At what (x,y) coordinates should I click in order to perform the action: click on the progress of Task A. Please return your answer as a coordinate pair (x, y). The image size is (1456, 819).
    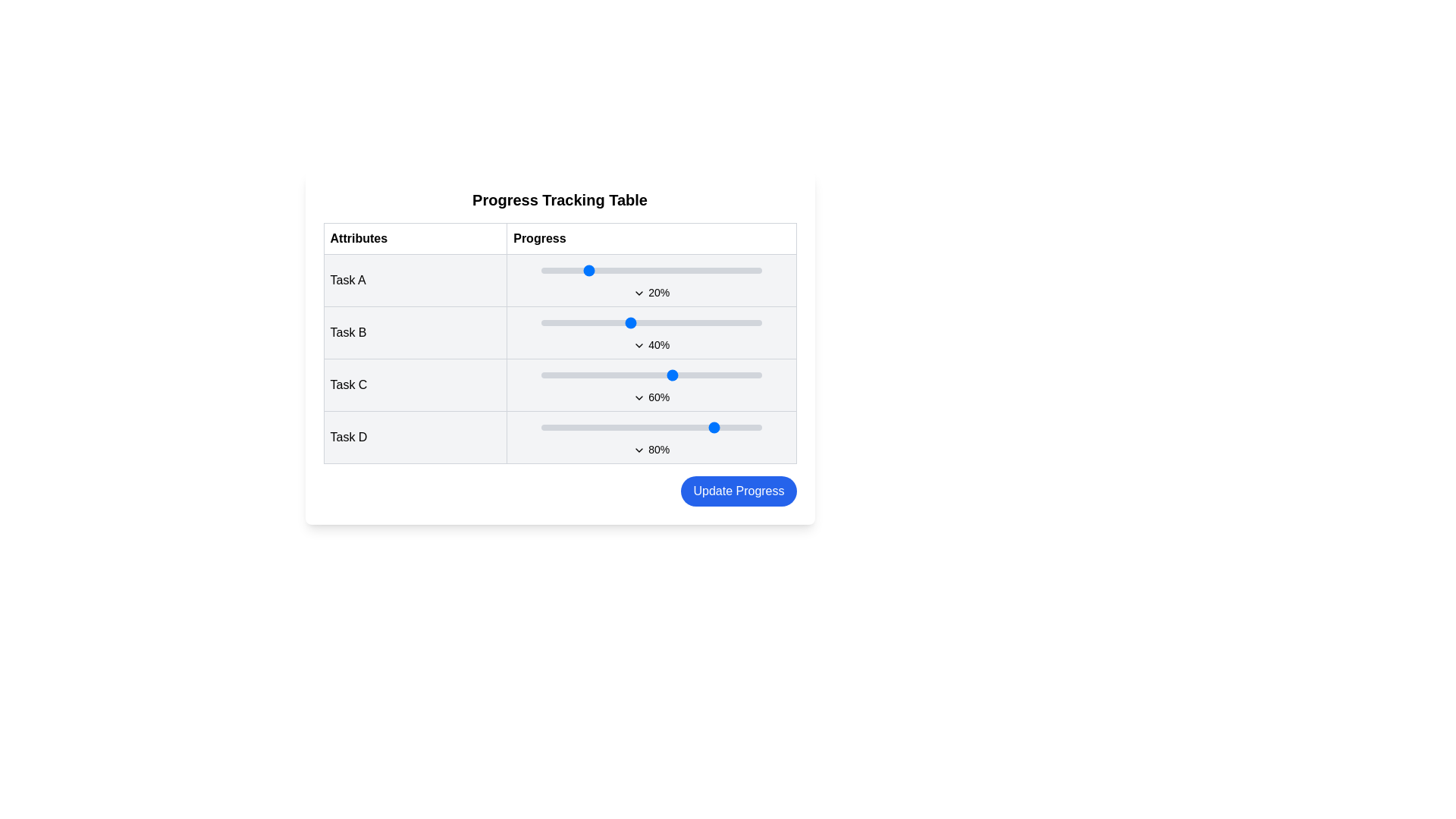
    Looking at the image, I should click on (624, 270).